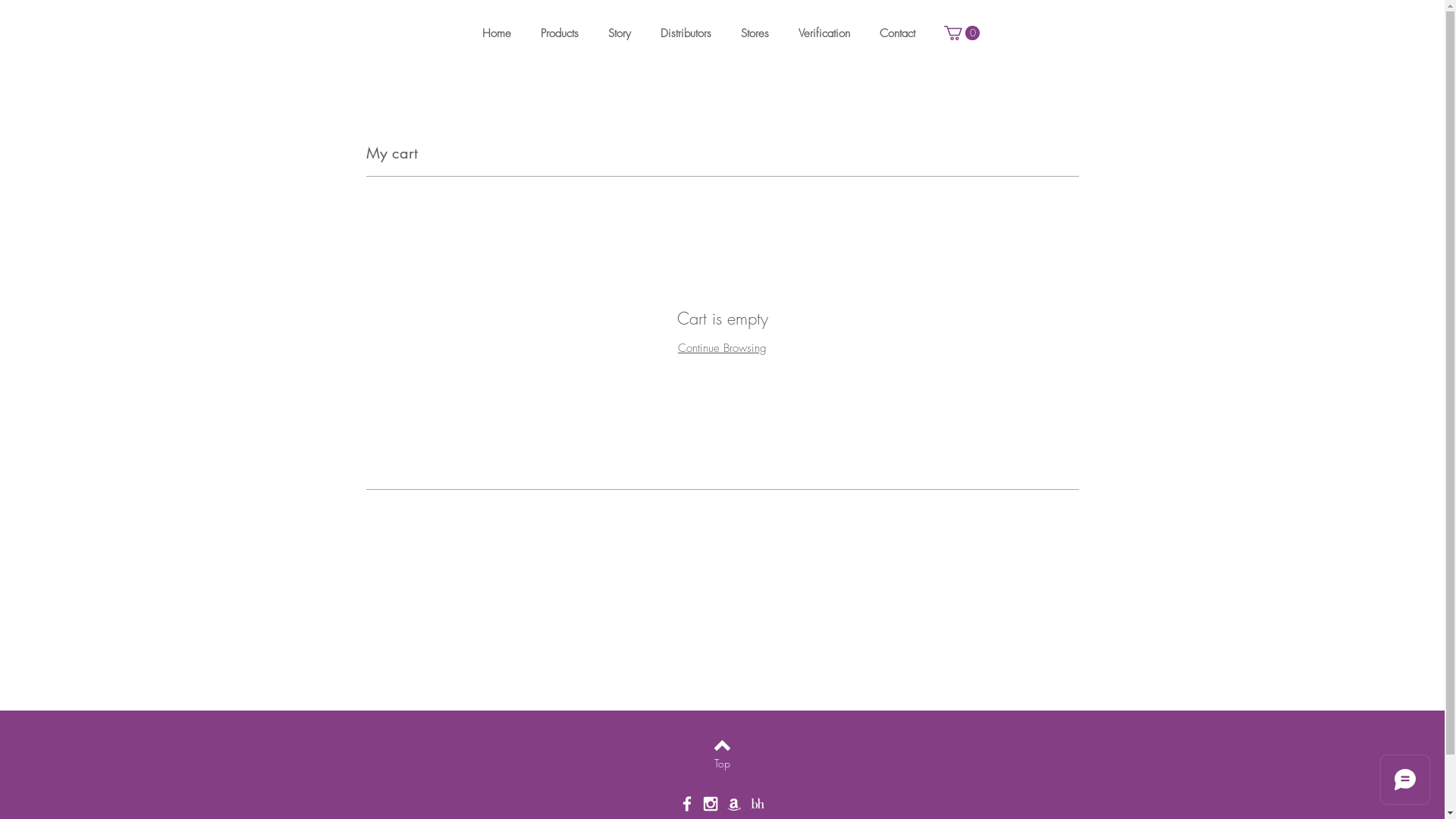 This screenshot has height=819, width=1456. Describe the element at coordinates (900, 33) in the screenshot. I see `'Contact'` at that location.